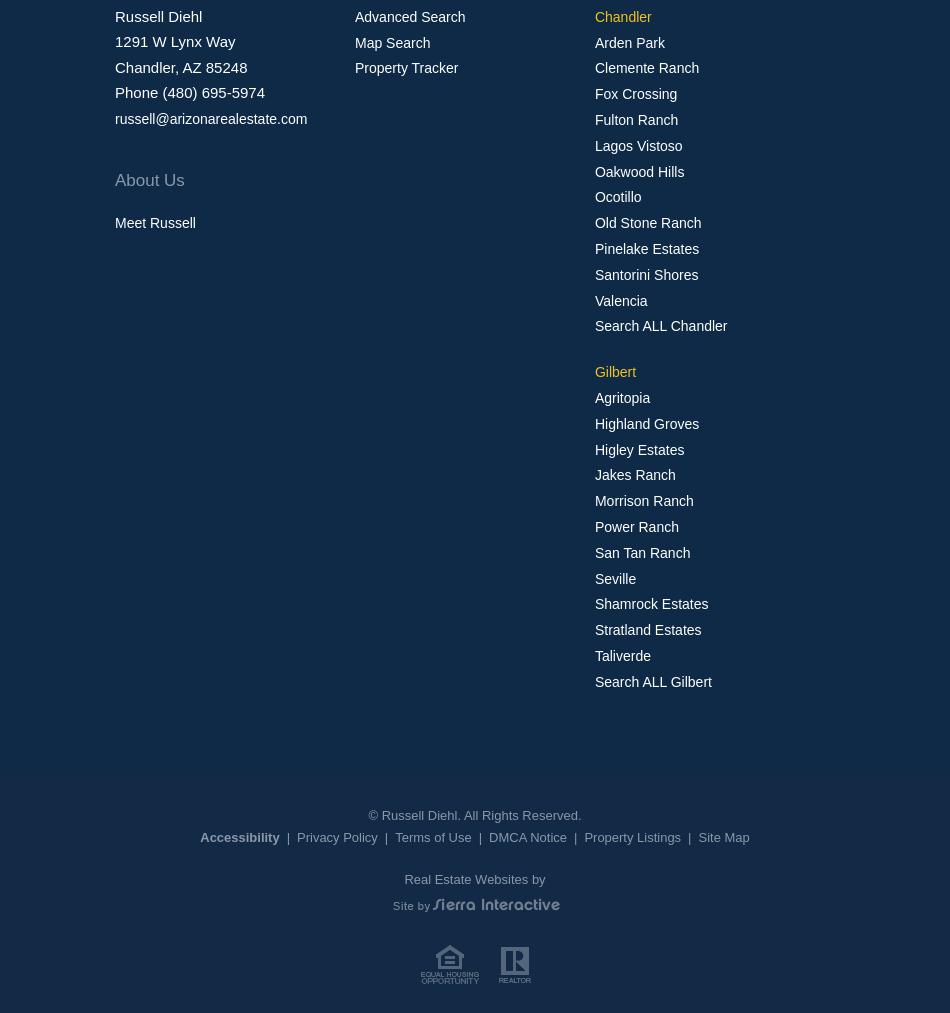 The image size is (950, 1013). I want to click on 'Site Map', so click(722, 835).